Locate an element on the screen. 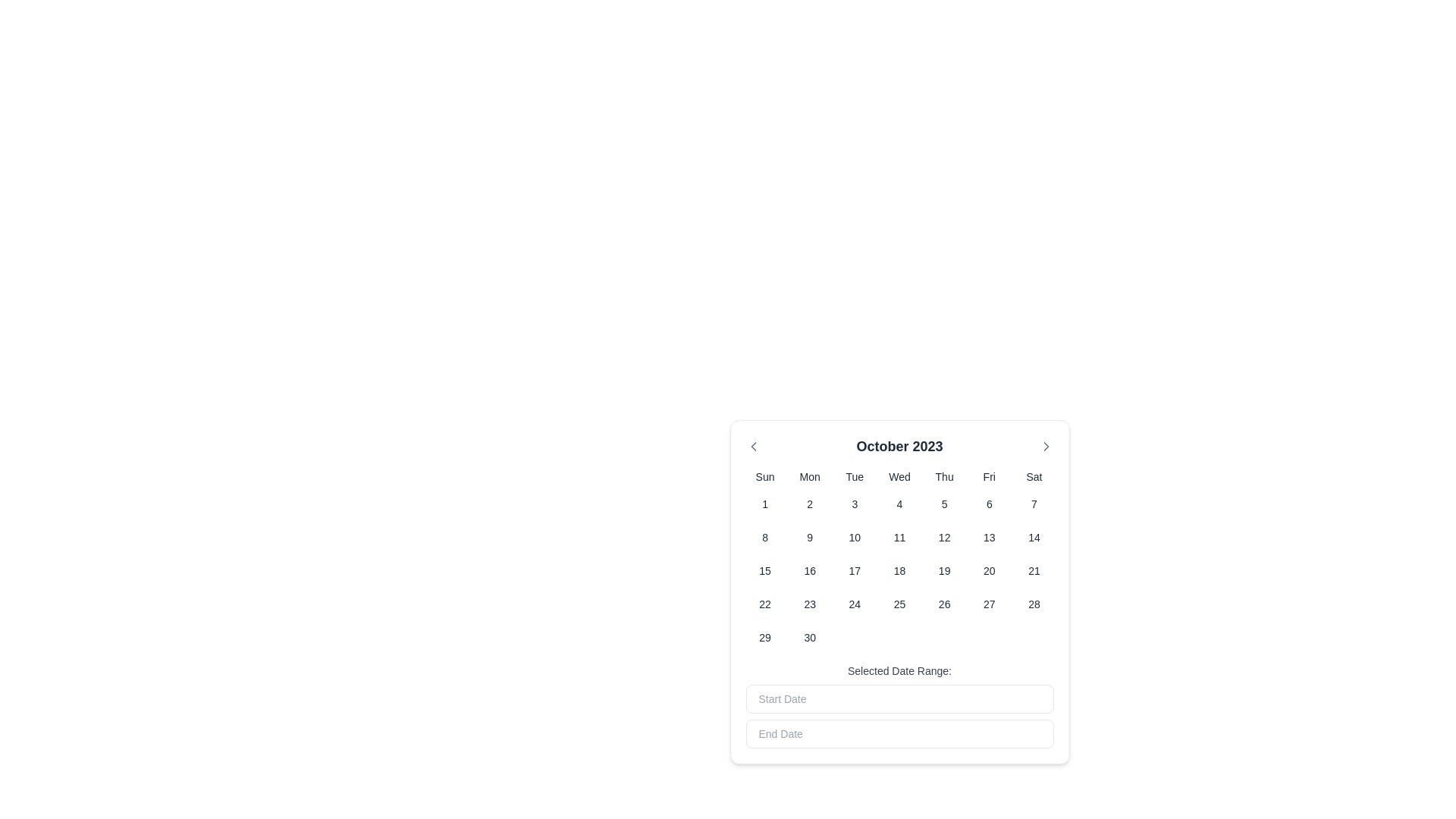 Image resolution: width=1456 pixels, height=819 pixels. the Button-like component representing the 15th day of the month in the calendar grid is located at coordinates (765, 570).